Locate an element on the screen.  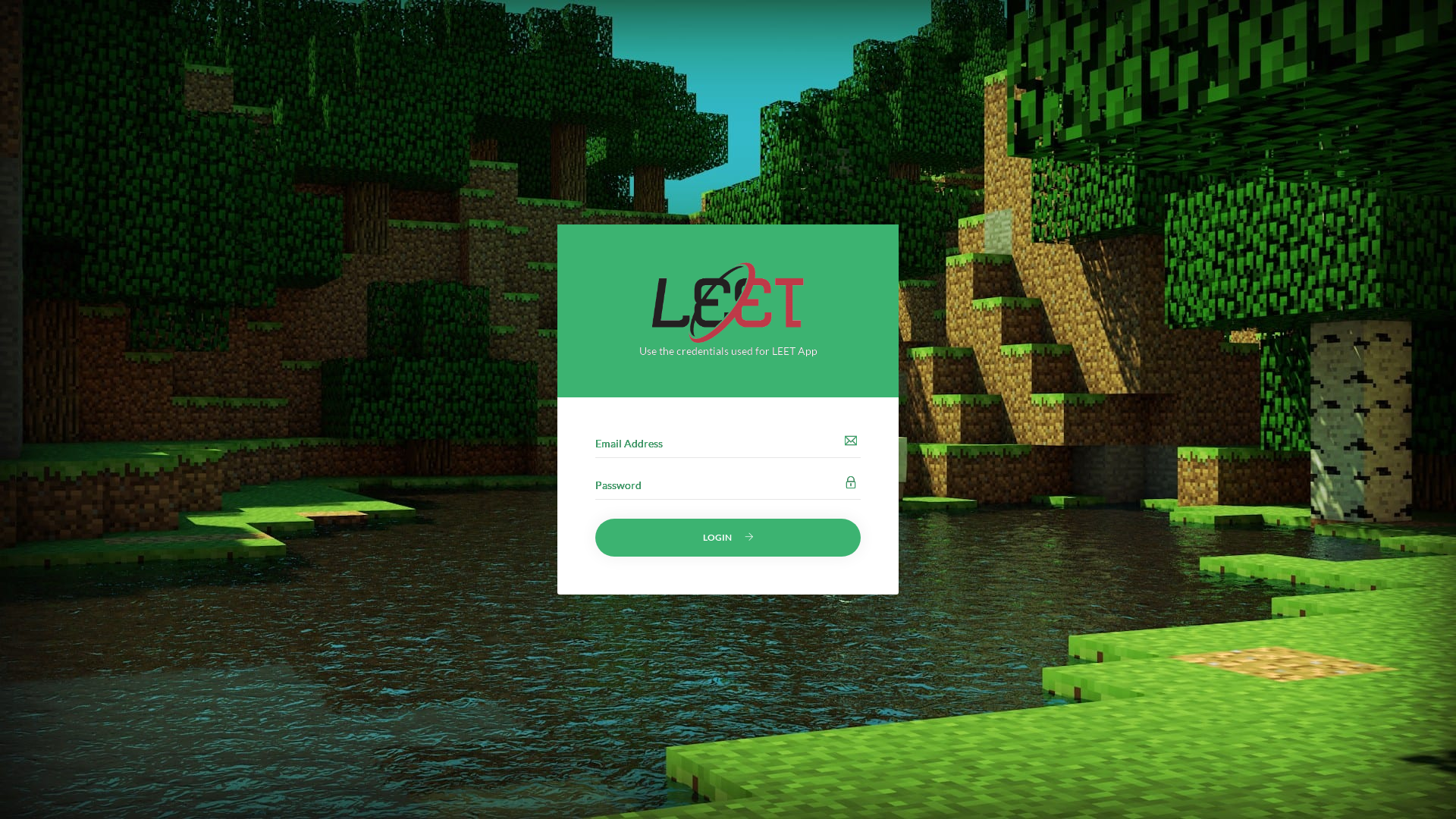
'LOGIN' is located at coordinates (728, 537).